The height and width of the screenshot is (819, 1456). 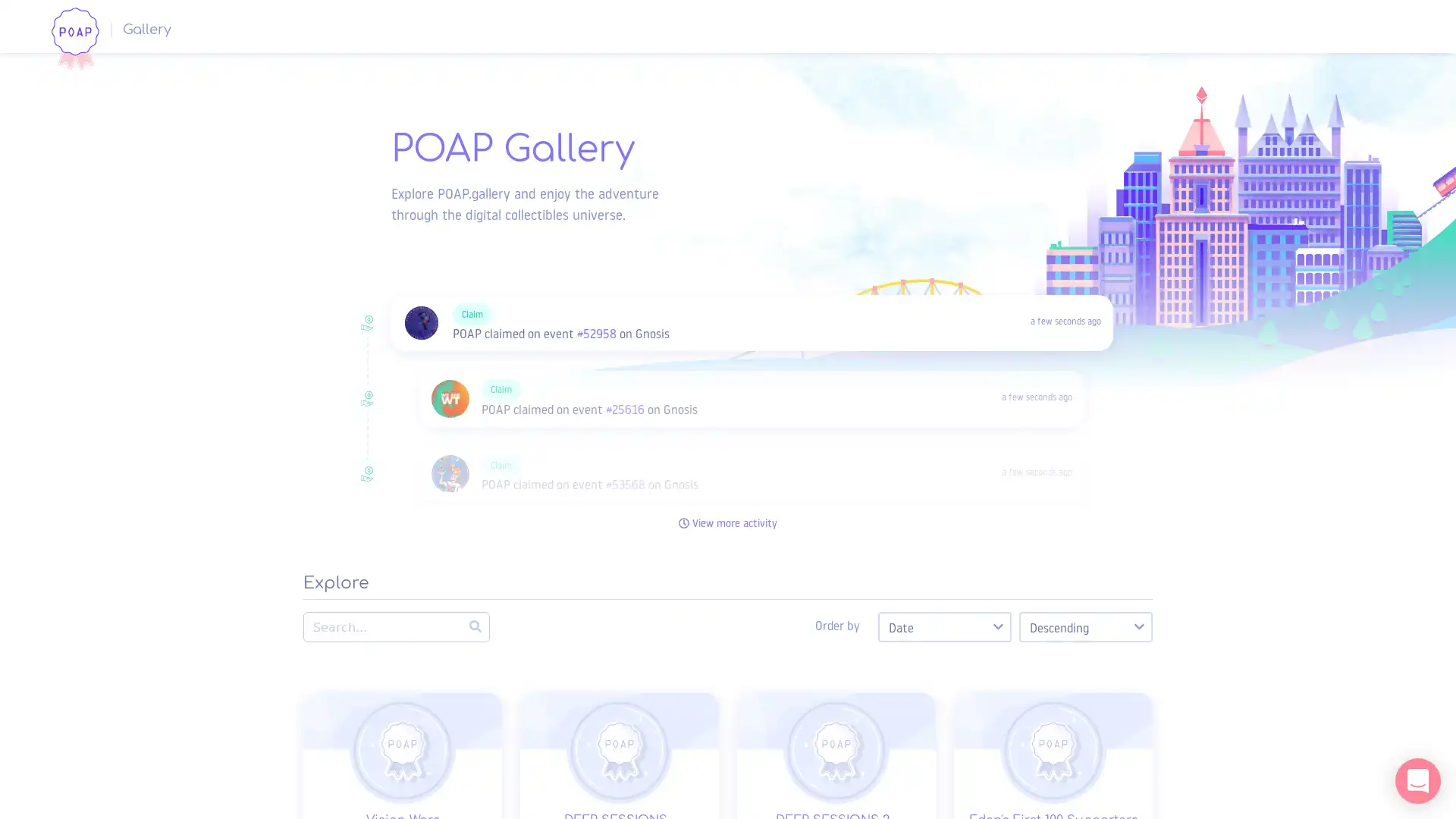 I want to click on Open Intercom Messenger, so click(x=1417, y=780).